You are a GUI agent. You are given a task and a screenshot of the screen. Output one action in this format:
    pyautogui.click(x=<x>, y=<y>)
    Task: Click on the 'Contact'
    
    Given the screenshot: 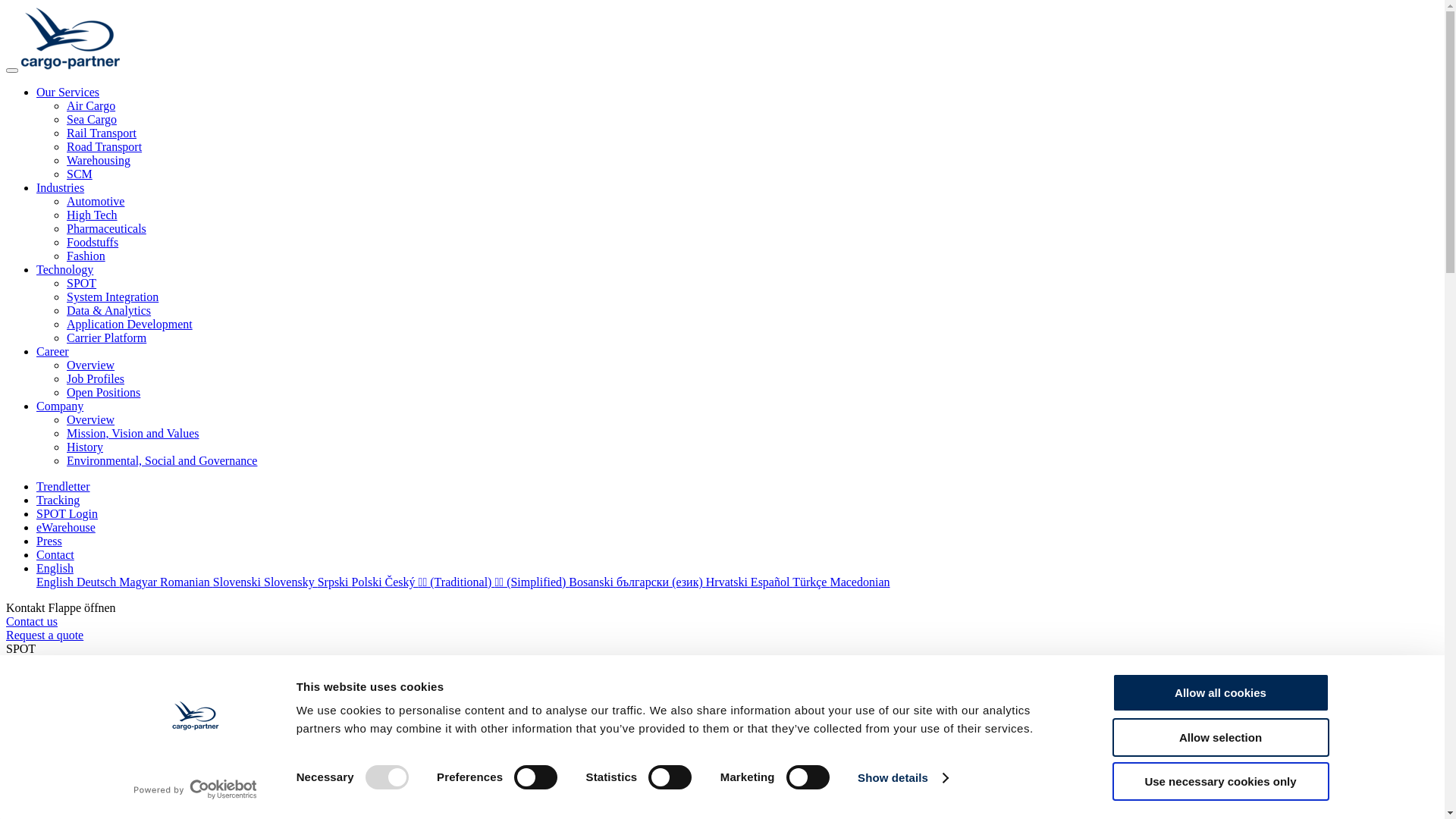 What is the action you would take?
    pyautogui.click(x=55, y=554)
    